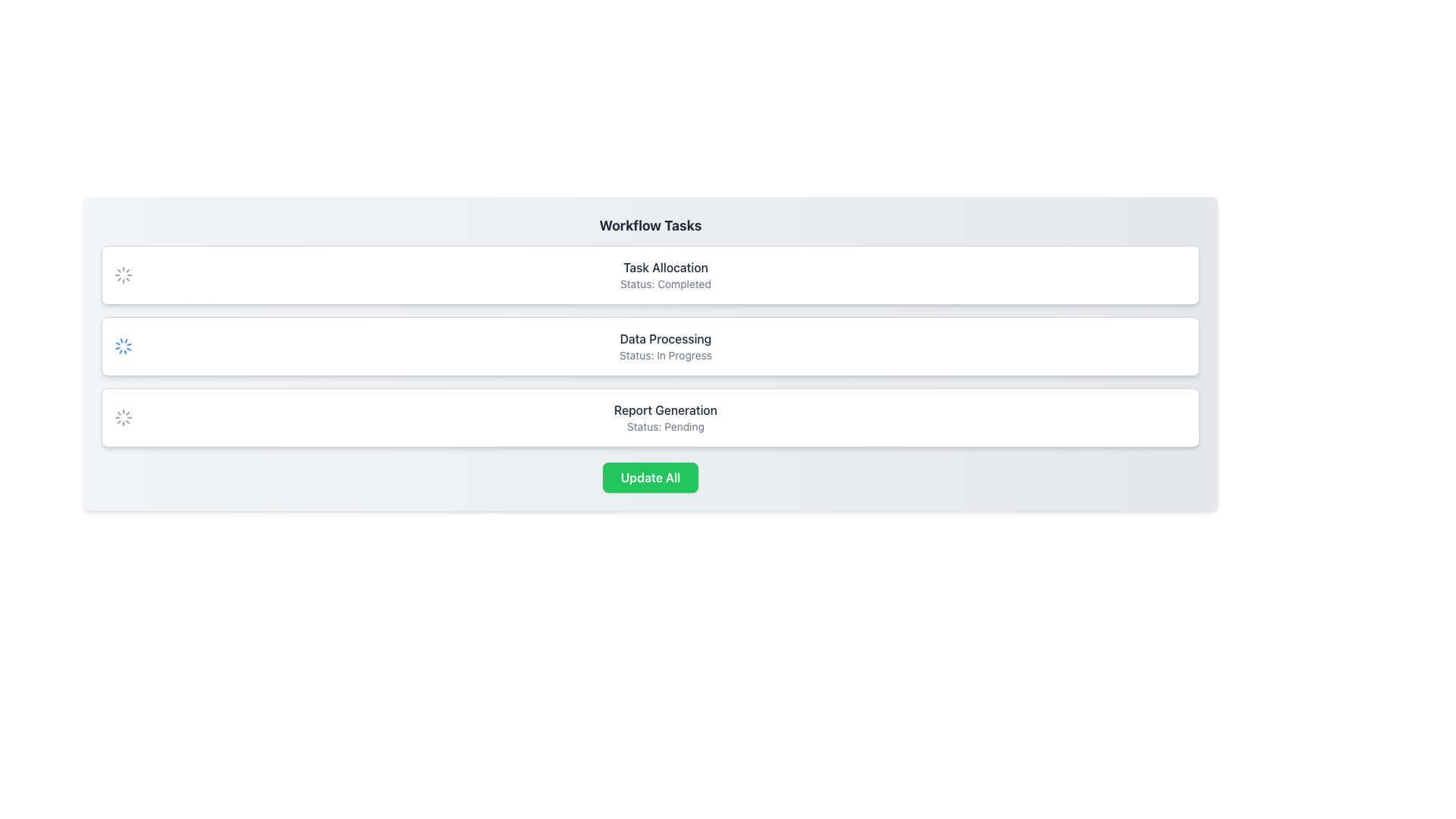 This screenshot has width=1456, height=819. I want to click on the spinner or loader icon located inside the 'Task Allocation Status: Completed' section, which indicates a completed task or loading progress, so click(124, 275).